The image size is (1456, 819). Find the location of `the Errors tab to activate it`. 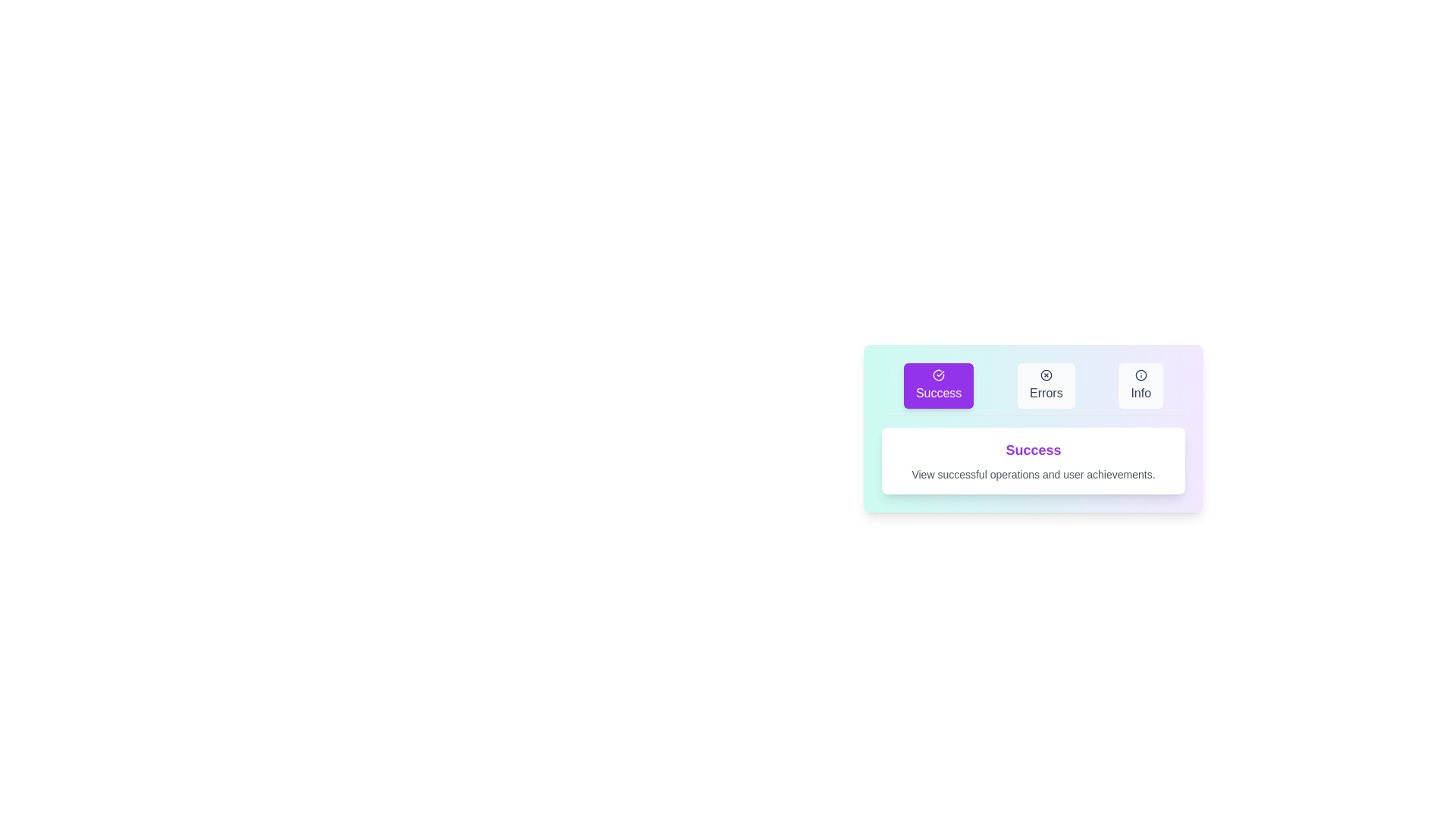

the Errors tab to activate it is located at coordinates (1045, 385).